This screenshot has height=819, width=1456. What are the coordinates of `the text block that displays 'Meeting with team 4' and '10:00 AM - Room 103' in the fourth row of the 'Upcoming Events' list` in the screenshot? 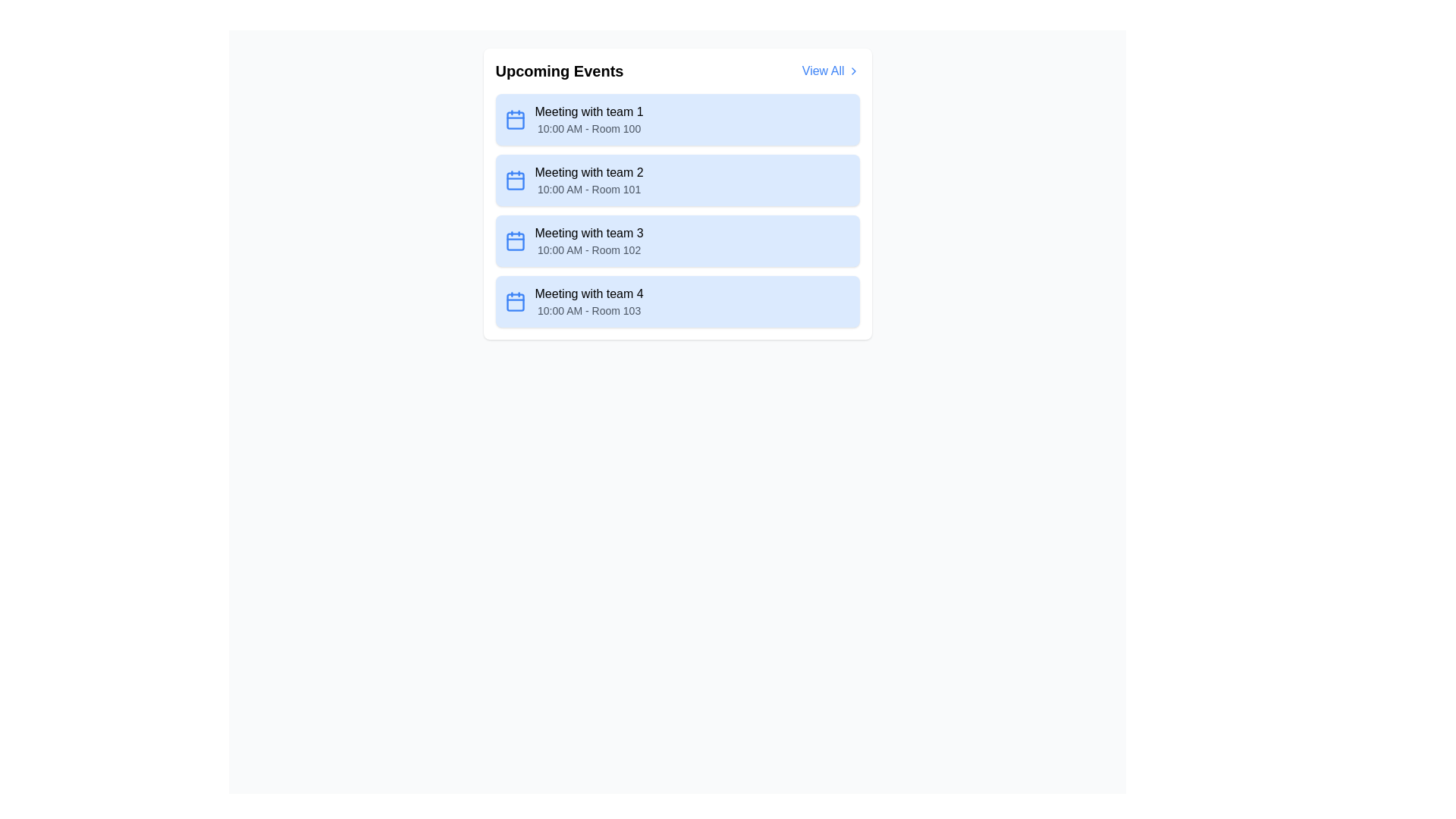 It's located at (588, 301).